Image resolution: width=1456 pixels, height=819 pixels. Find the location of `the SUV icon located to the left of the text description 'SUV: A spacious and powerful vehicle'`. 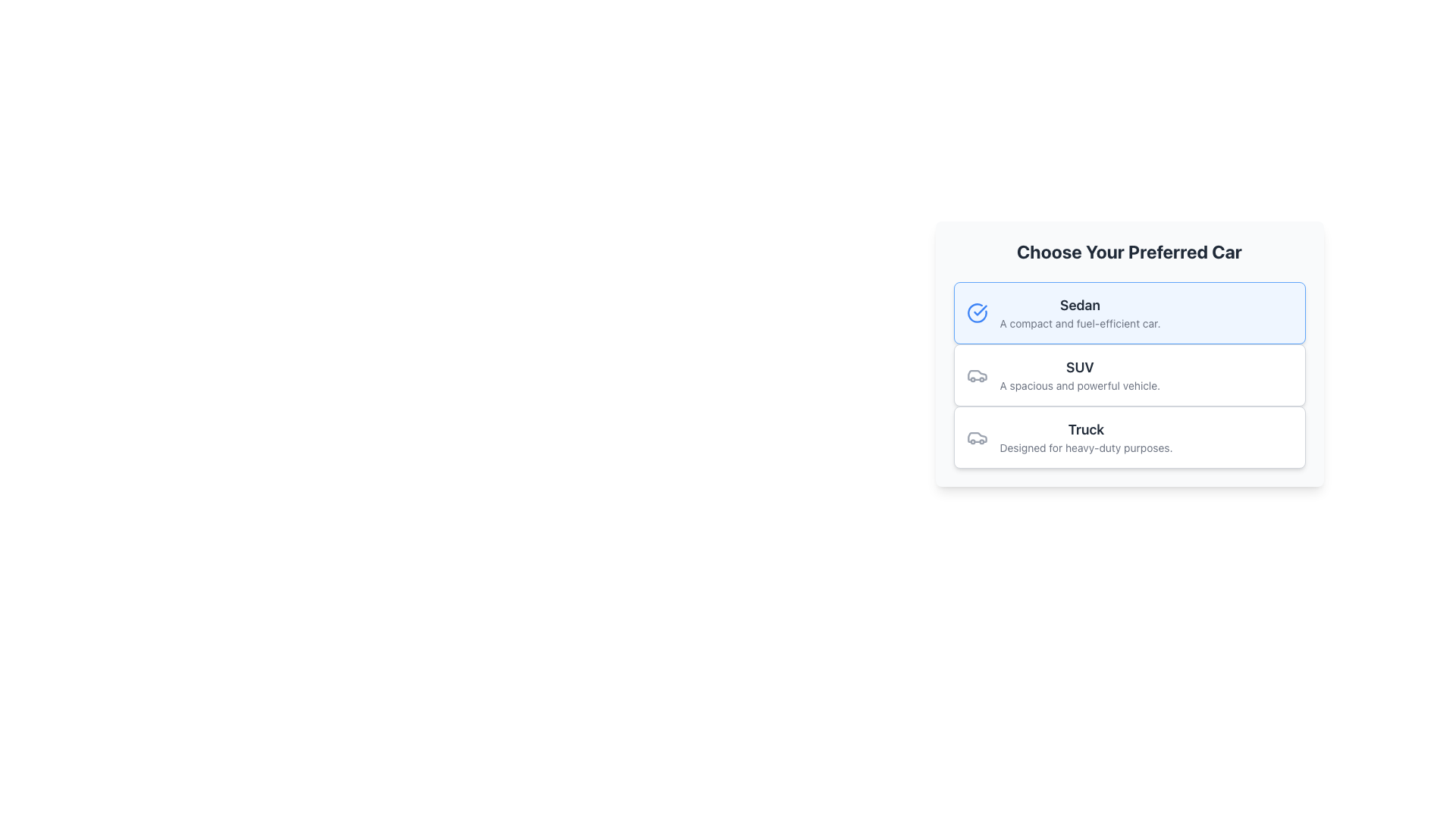

the SUV icon located to the left of the text description 'SUV: A spacious and powerful vehicle' is located at coordinates (977, 375).